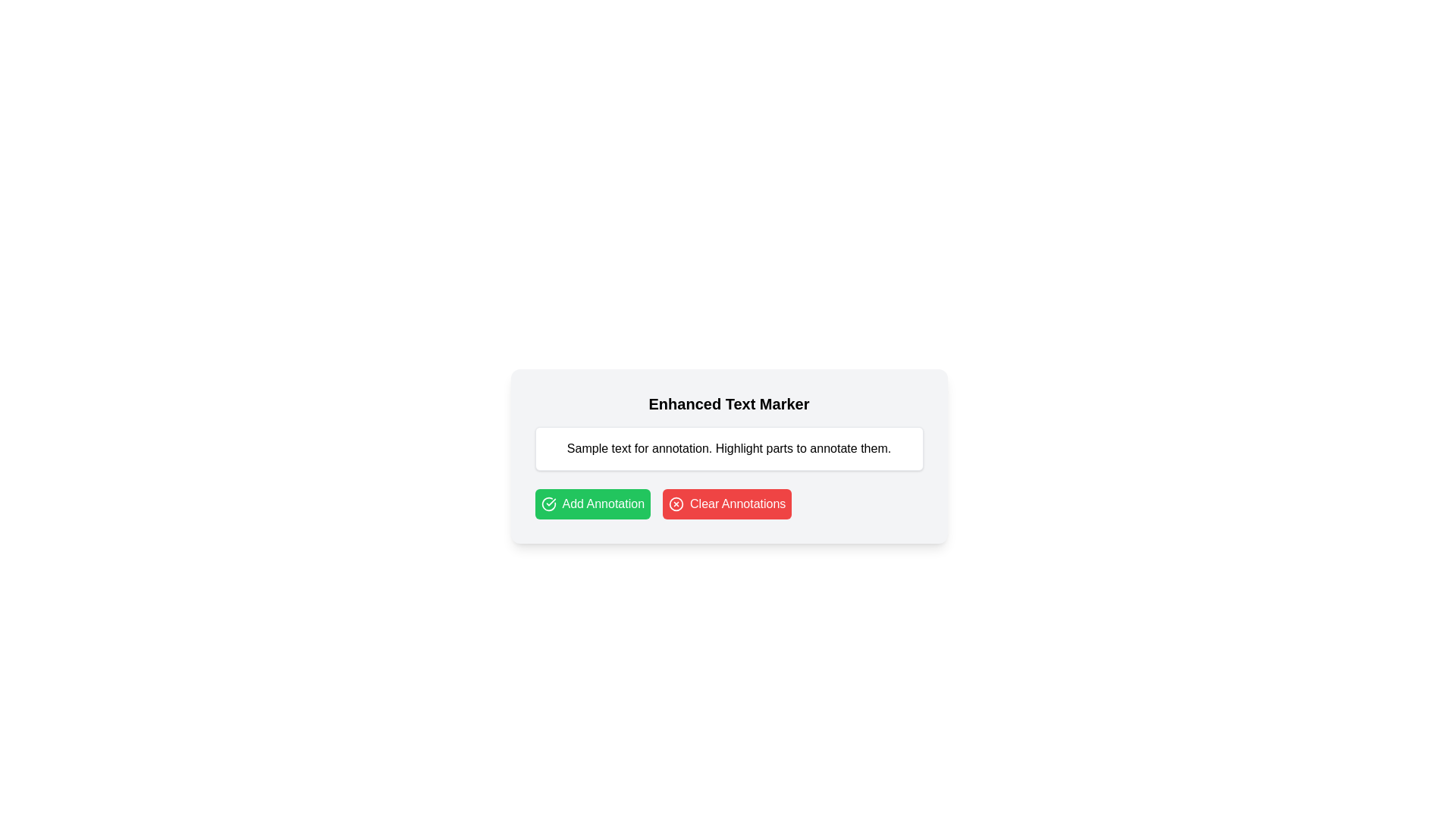  What do you see at coordinates (624, 447) in the screenshot?
I see `the static text element that displays 'Sample text for annotation. Highlight parts to annotate them.' specifically at the tenth character position` at bounding box center [624, 447].